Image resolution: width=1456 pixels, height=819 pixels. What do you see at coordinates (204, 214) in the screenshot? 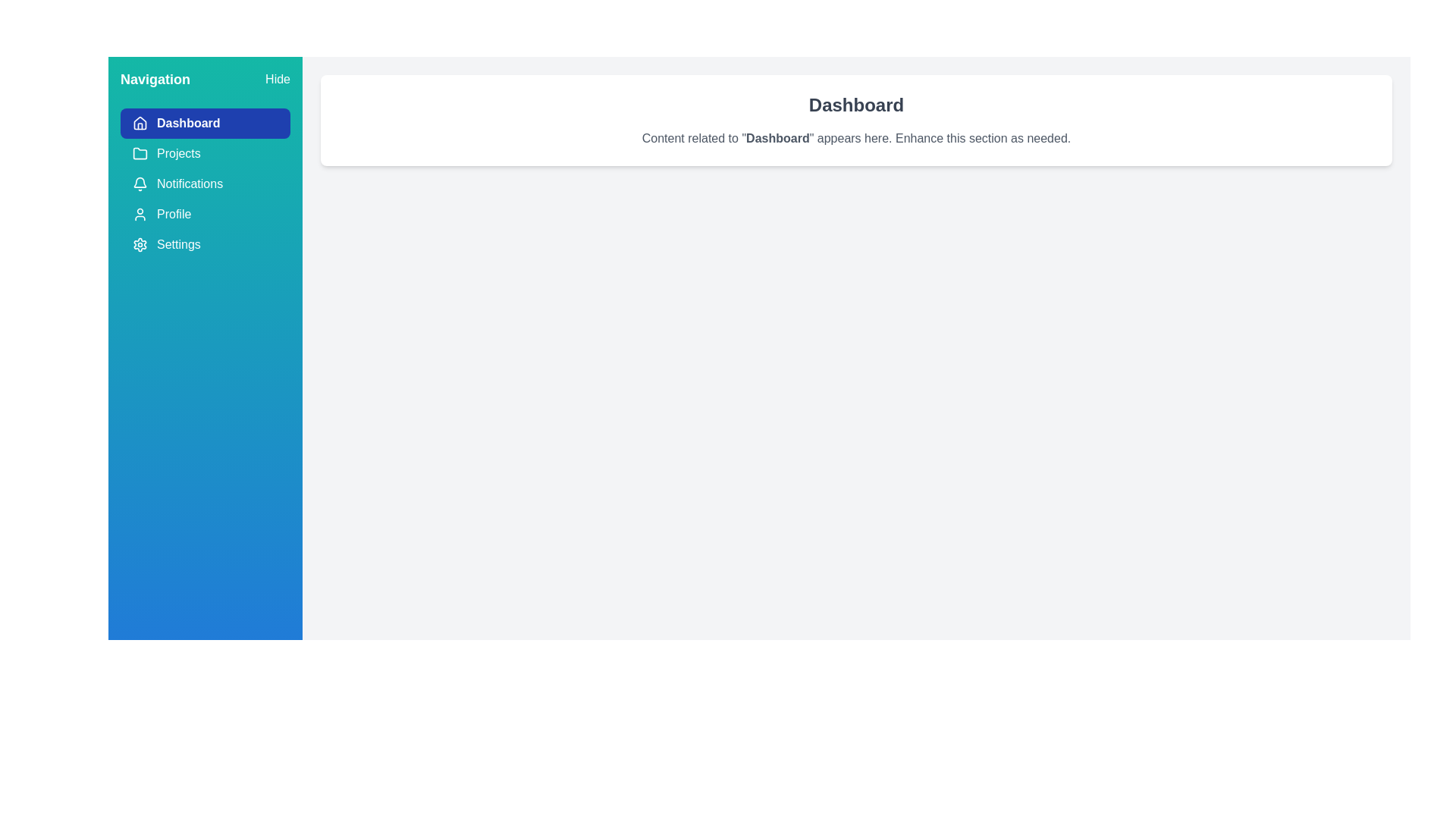
I see `the menu item Profile from the drawer` at bounding box center [204, 214].